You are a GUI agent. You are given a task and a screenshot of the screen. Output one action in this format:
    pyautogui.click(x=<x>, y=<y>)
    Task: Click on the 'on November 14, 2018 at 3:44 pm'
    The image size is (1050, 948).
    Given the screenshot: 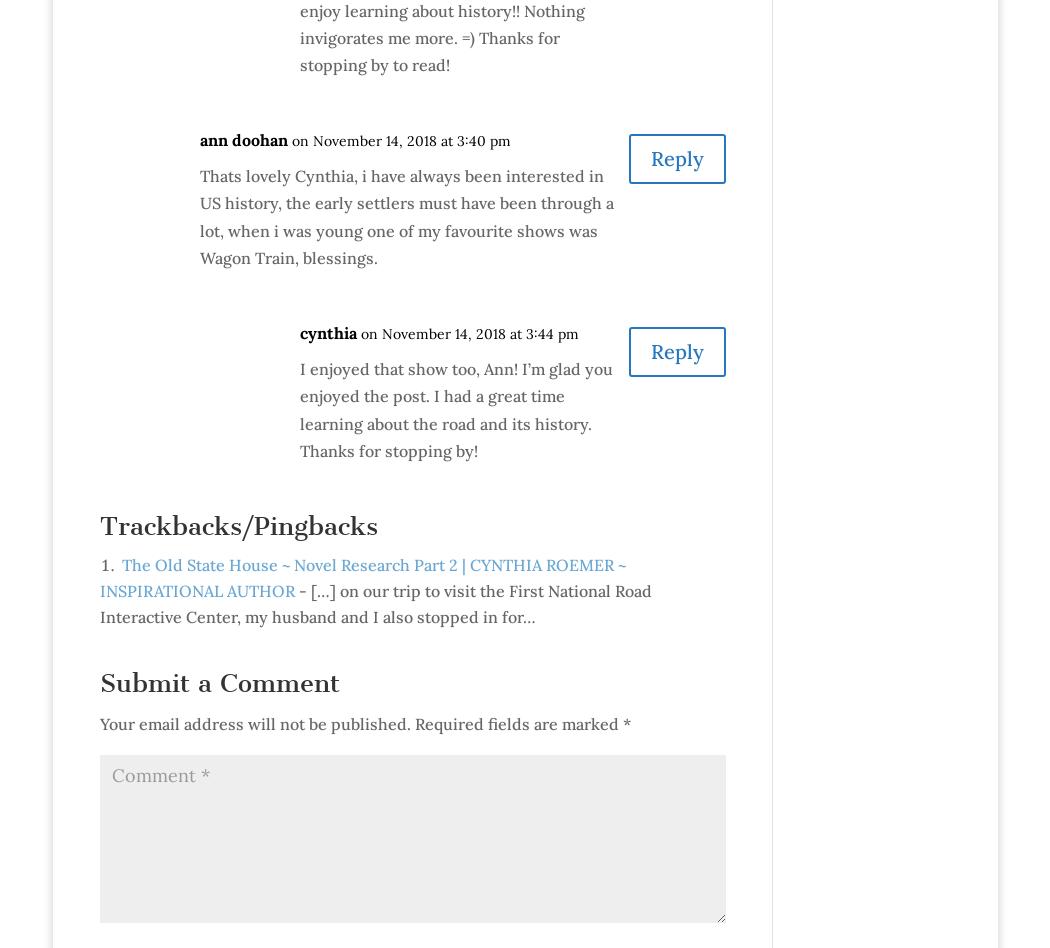 What is the action you would take?
    pyautogui.click(x=359, y=333)
    